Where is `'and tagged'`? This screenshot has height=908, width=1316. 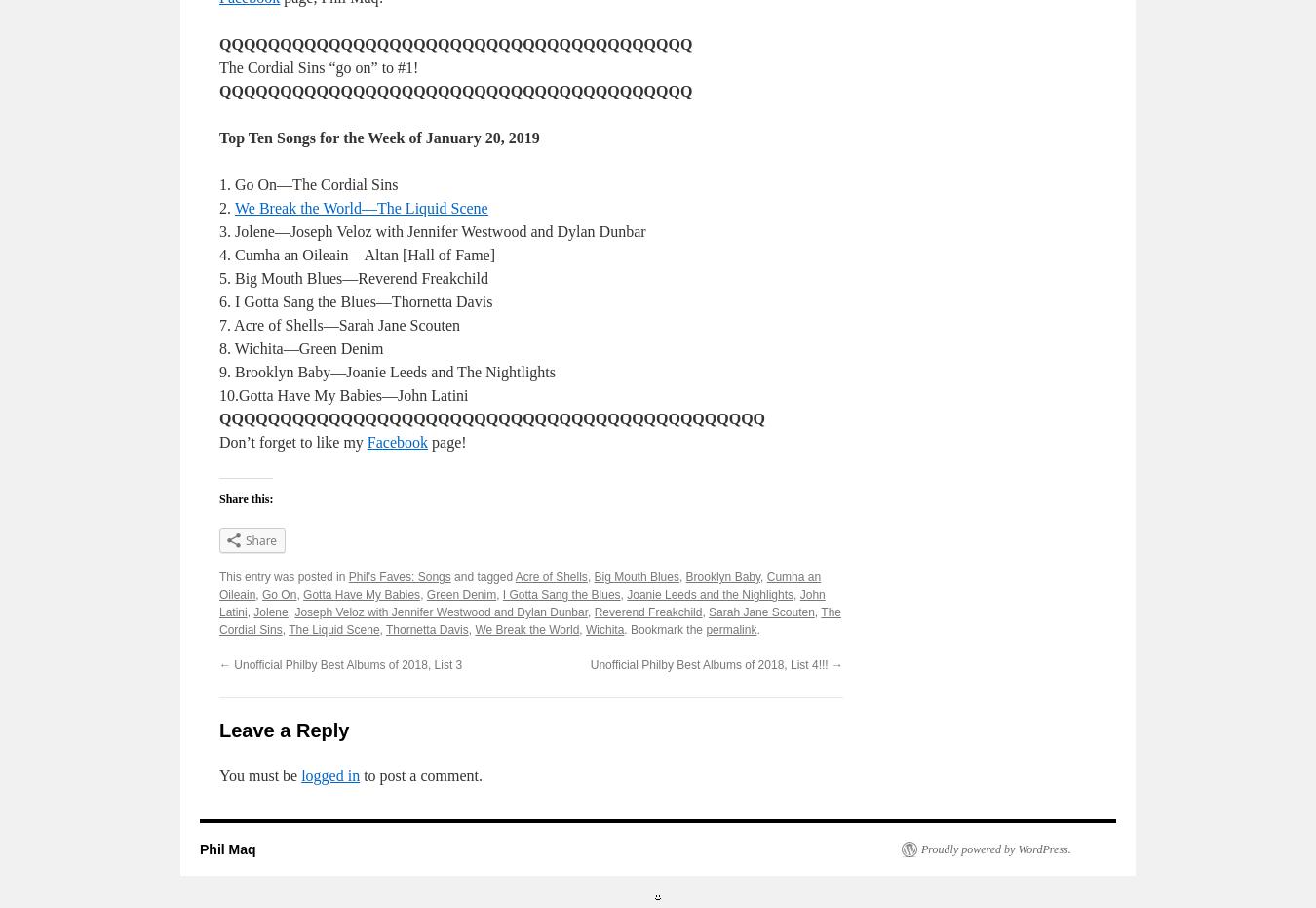
'and tagged' is located at coordinates (482, 576).